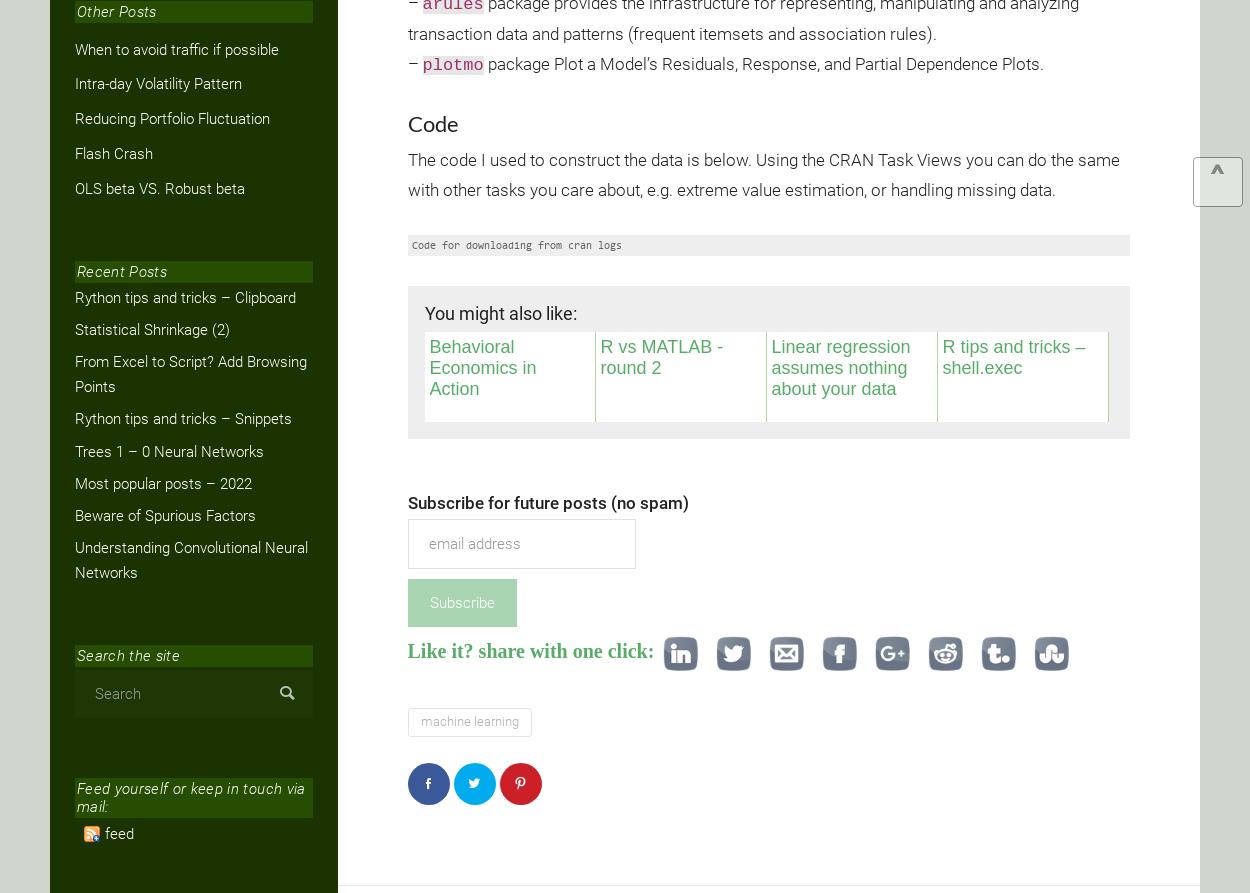 This screenshot has height=893, width=1250. Describe the element at coordinates (177, 49) in the screenshot. I see `'When to avoid traffic if possible'` at that location.